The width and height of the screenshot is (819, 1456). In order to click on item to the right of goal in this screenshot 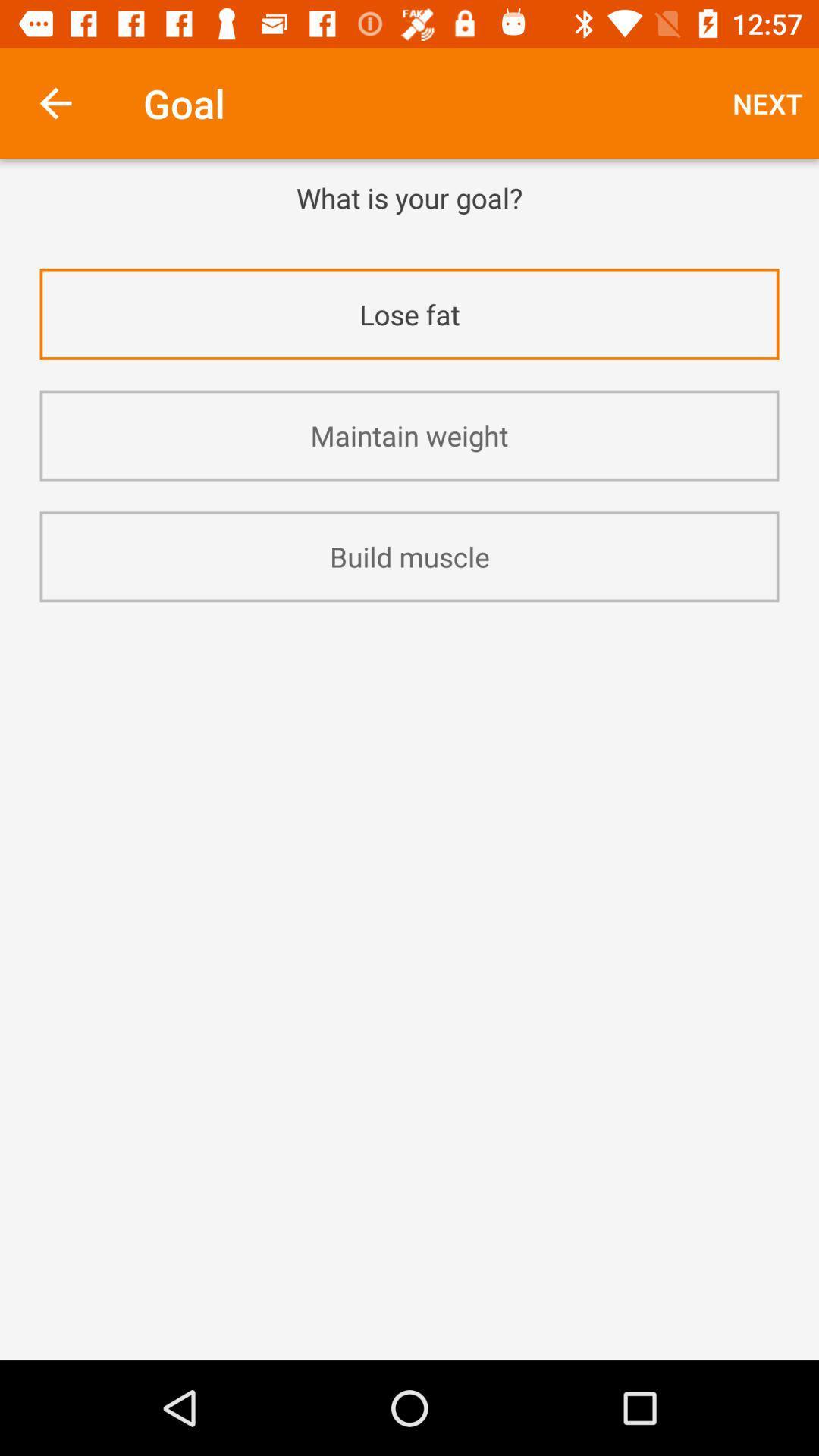, I will do `click(767, 102)`.